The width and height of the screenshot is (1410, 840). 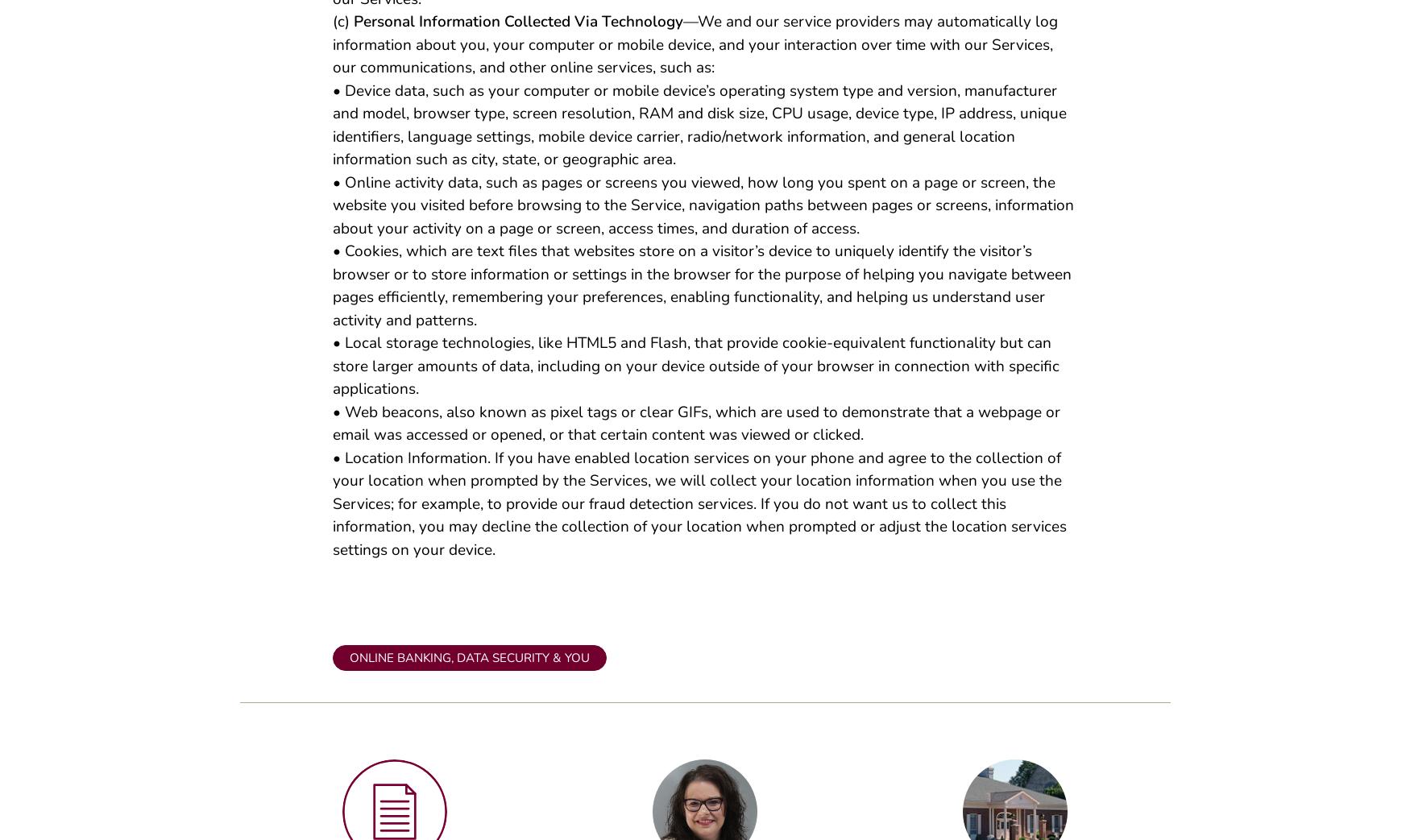 What do you see at coordinates (353, 27) in the screenshot?
I see `'Personal Information Collected Via Technology'` at bounding box center [353, 27].